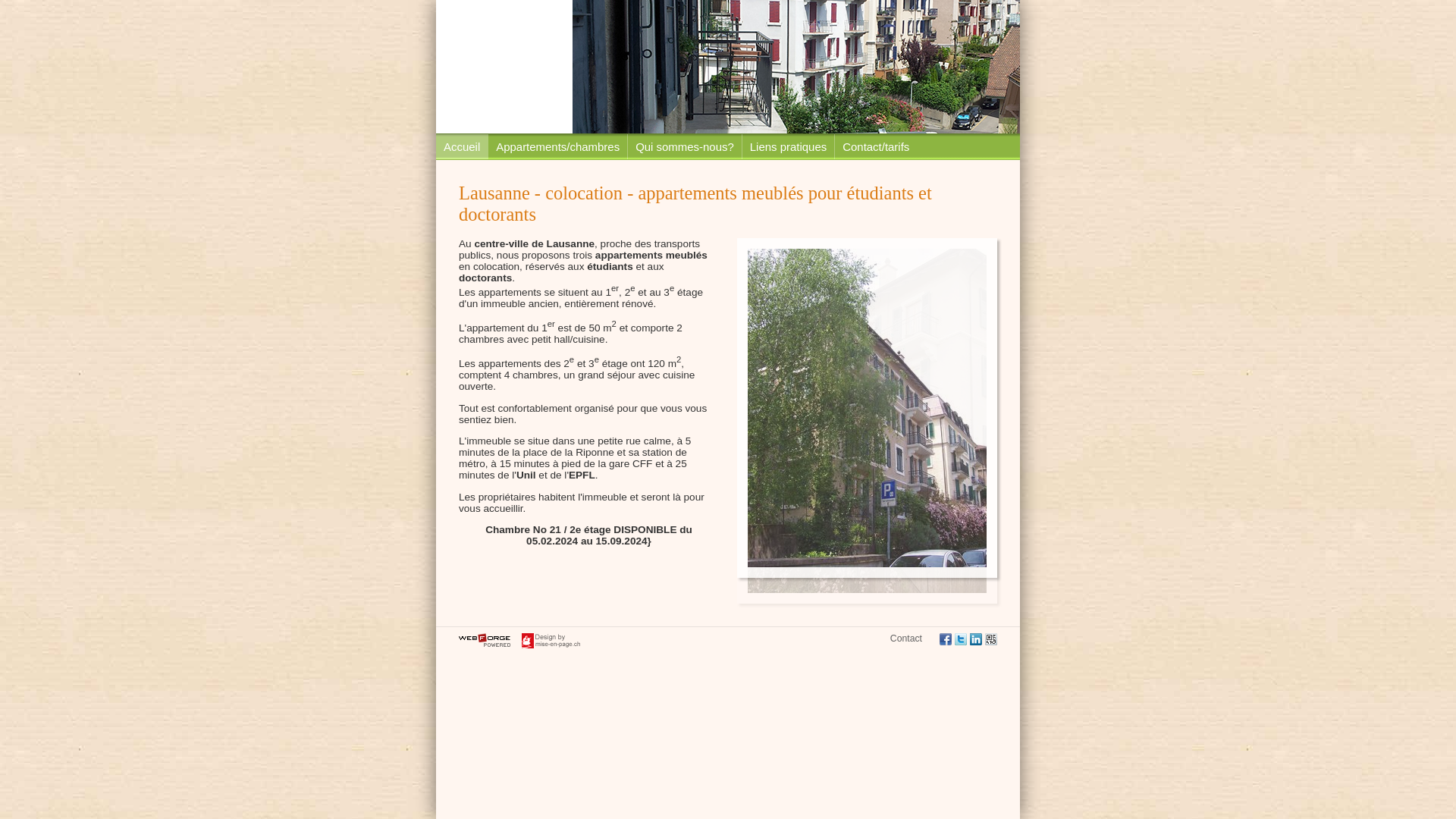  Describe the element at coordinates (990, 640) in the screenshot. I see `'Afficher le QR-Code'` at that location.